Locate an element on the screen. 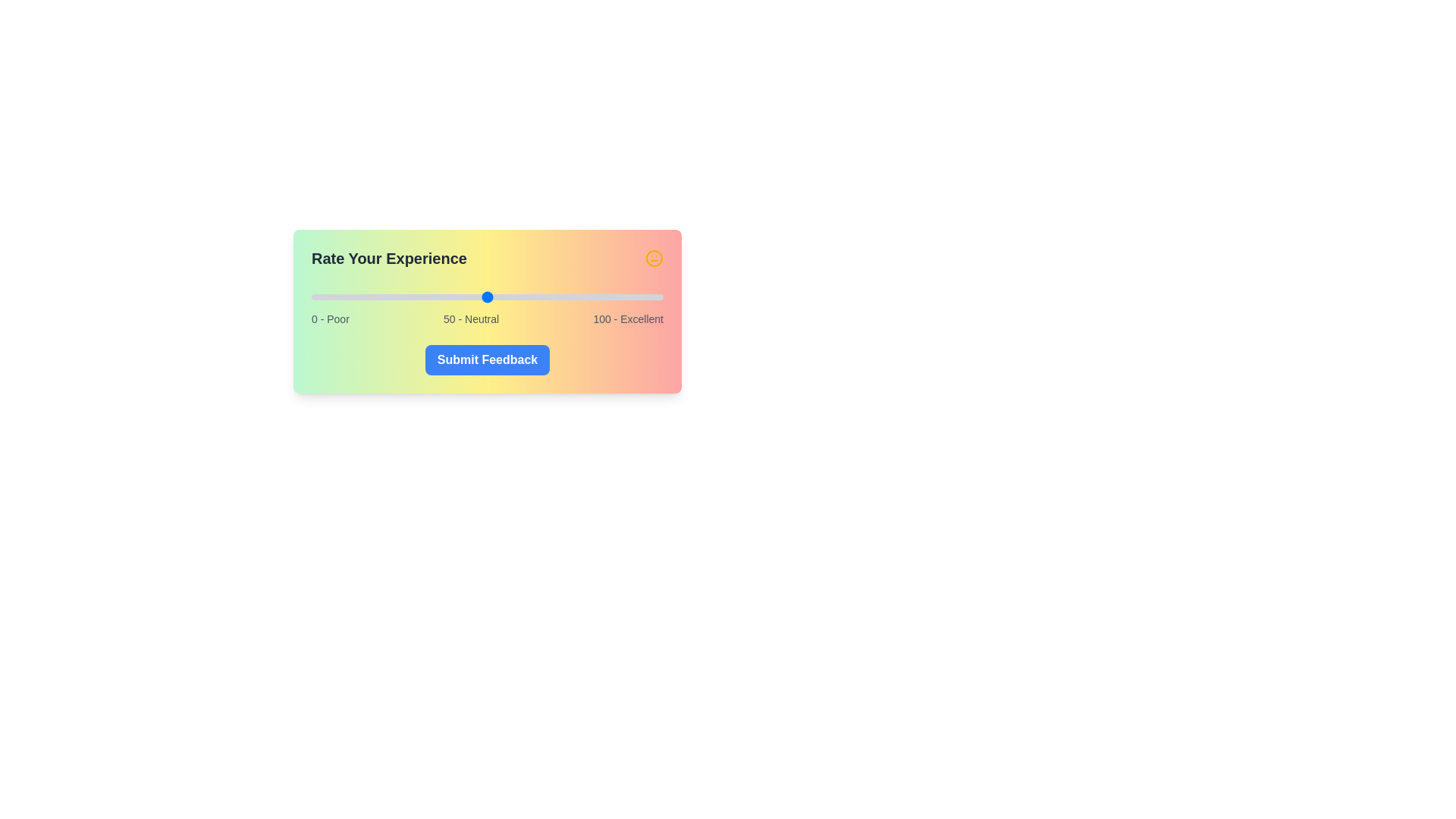  the satisfaction slider to 9 value is located at coordinates (342, 297).